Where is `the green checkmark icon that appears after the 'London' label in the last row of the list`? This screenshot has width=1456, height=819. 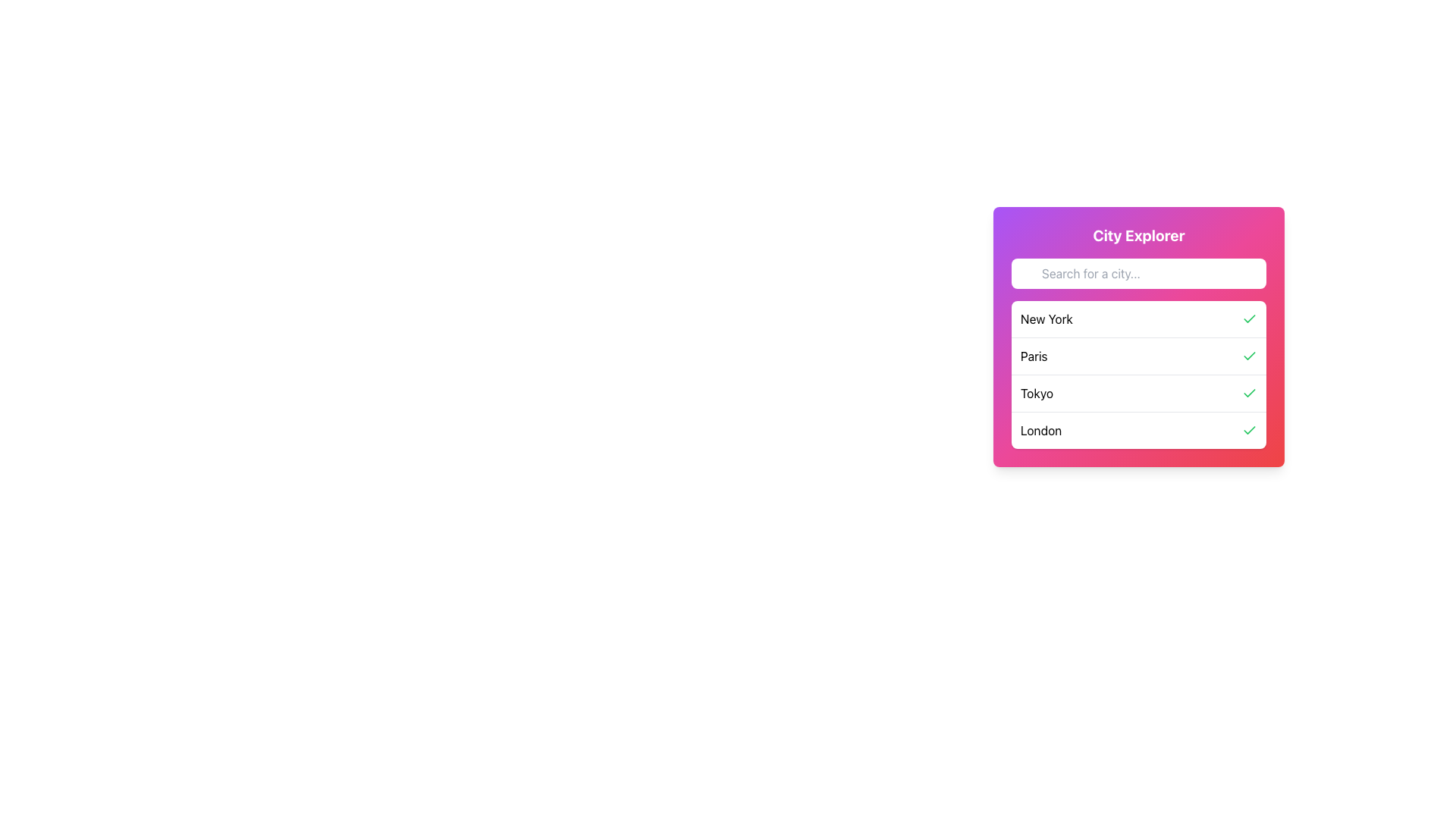
the green checkmark icon that appears after the 'London' label in the last row of the list is located at coordinates (1249, 430).